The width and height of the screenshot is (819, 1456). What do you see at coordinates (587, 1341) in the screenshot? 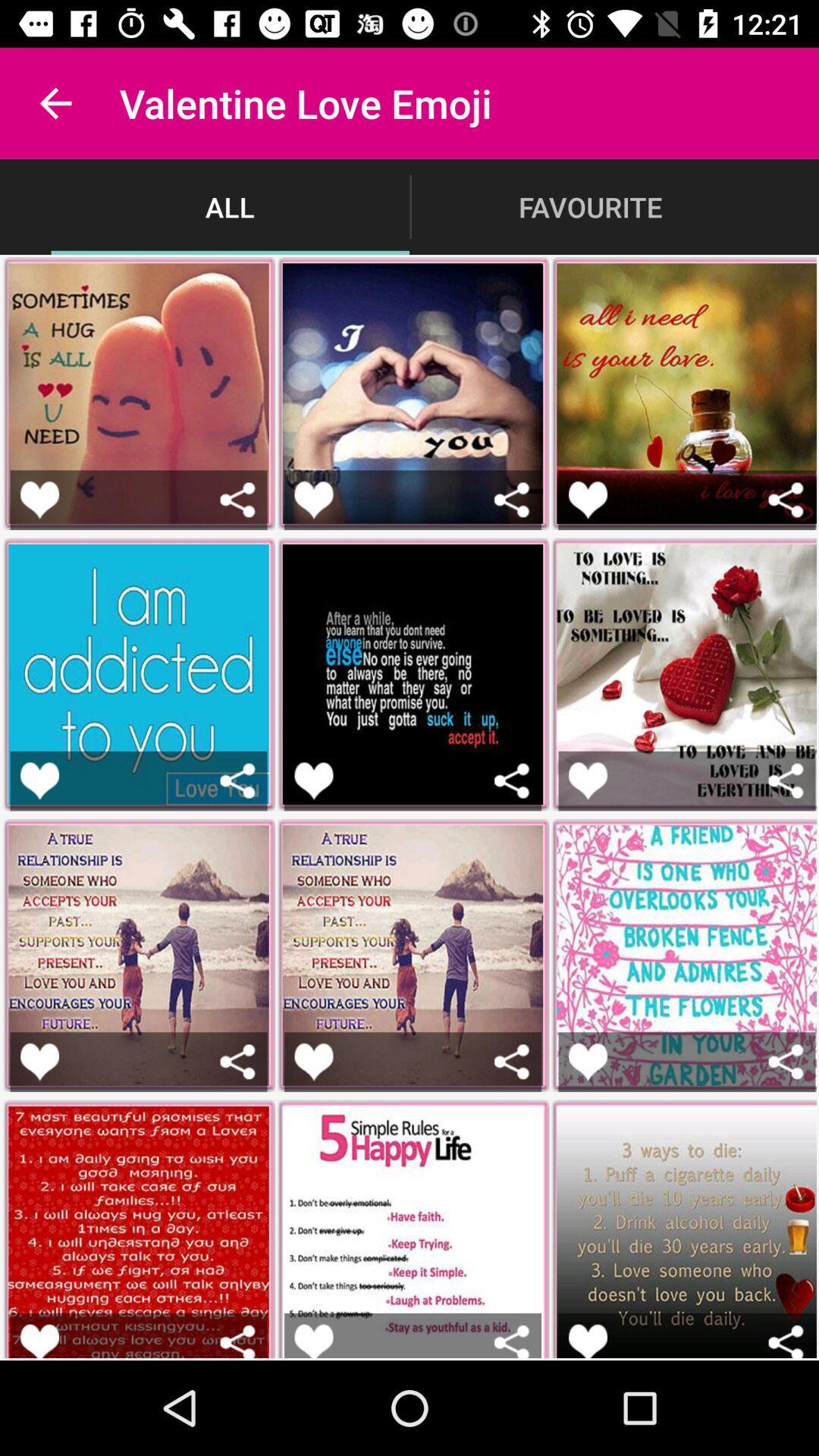
I see `this` at bounding box center [587, 1341].